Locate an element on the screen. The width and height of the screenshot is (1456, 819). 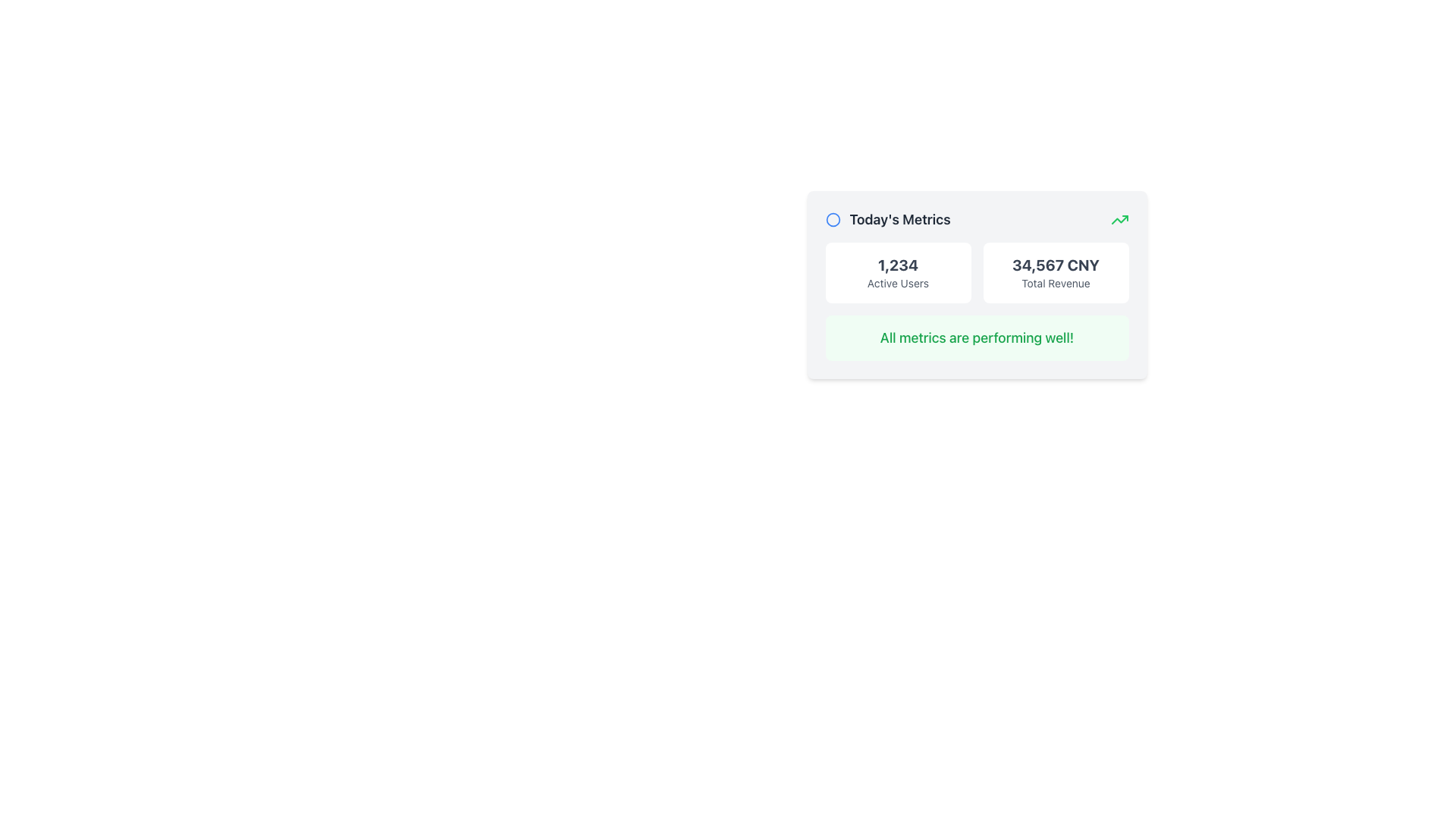
label that identifies the displayed metrics as 'Today's Metrics', located at the top-left corner of the statistics card is located at coordinates (888, 219).